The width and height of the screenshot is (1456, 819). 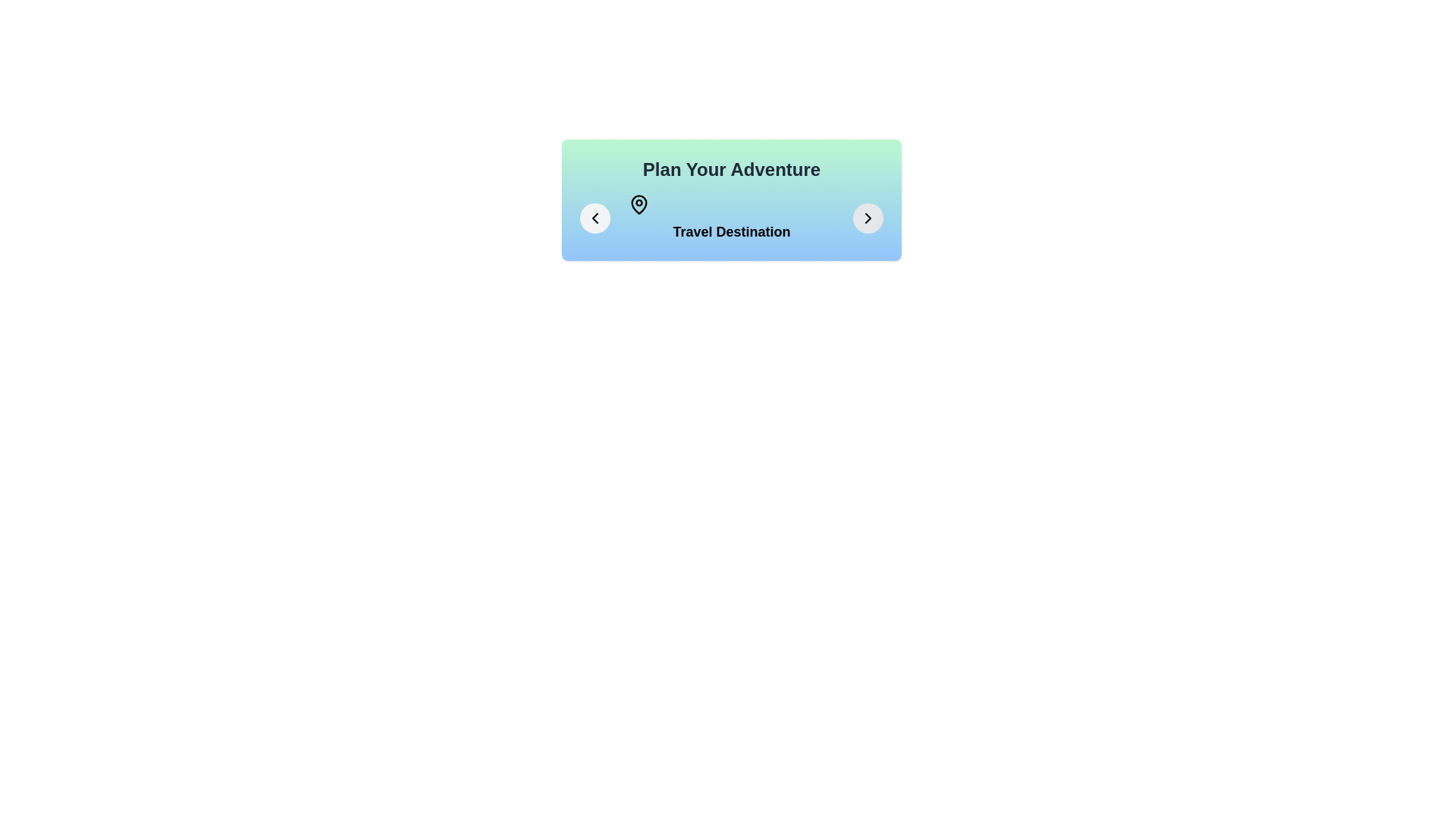 I want to click on the icon representing the current stage in the navigation bar, so click(x=731, y=218).